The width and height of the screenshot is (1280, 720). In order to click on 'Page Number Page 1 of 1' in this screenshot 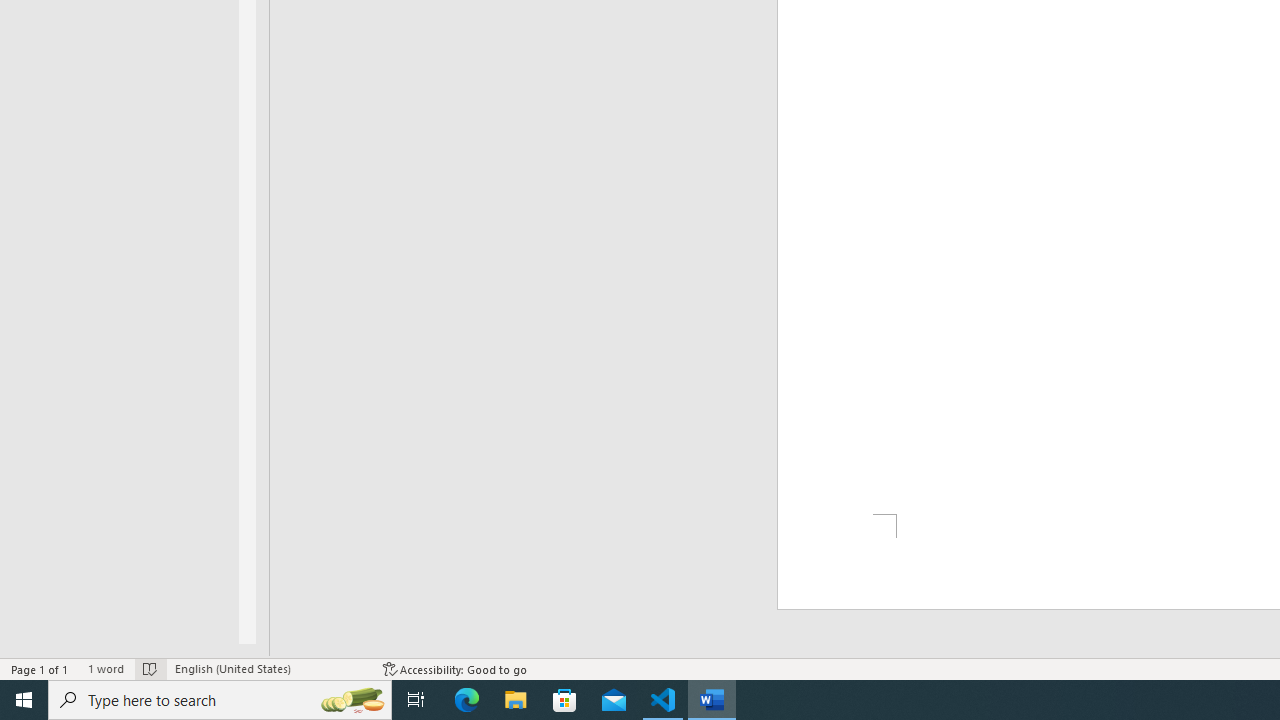, I will do `click(40, 669)`.